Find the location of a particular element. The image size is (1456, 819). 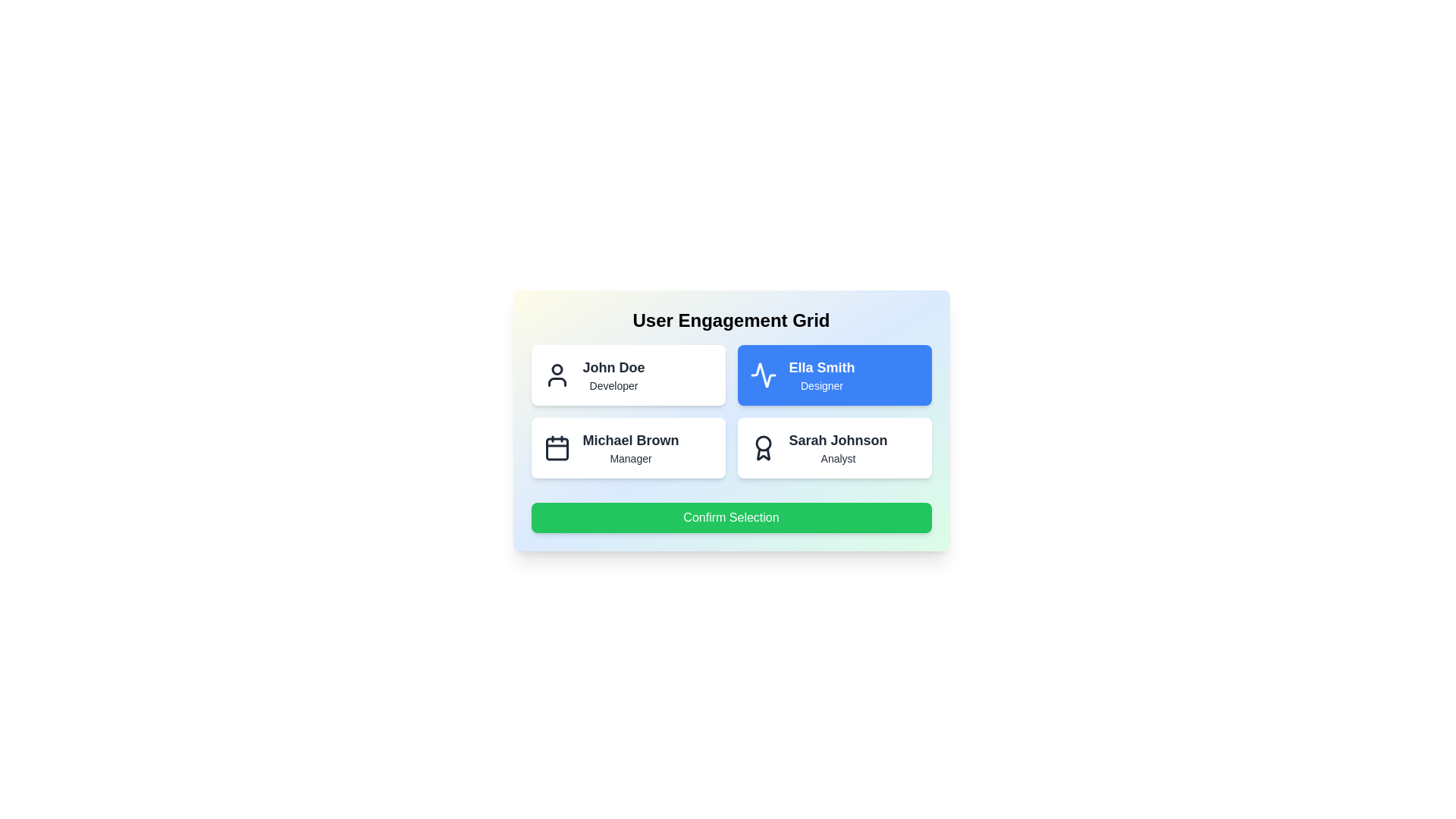

the user card for Sarah Johnson is located at coordinates (833, 447).